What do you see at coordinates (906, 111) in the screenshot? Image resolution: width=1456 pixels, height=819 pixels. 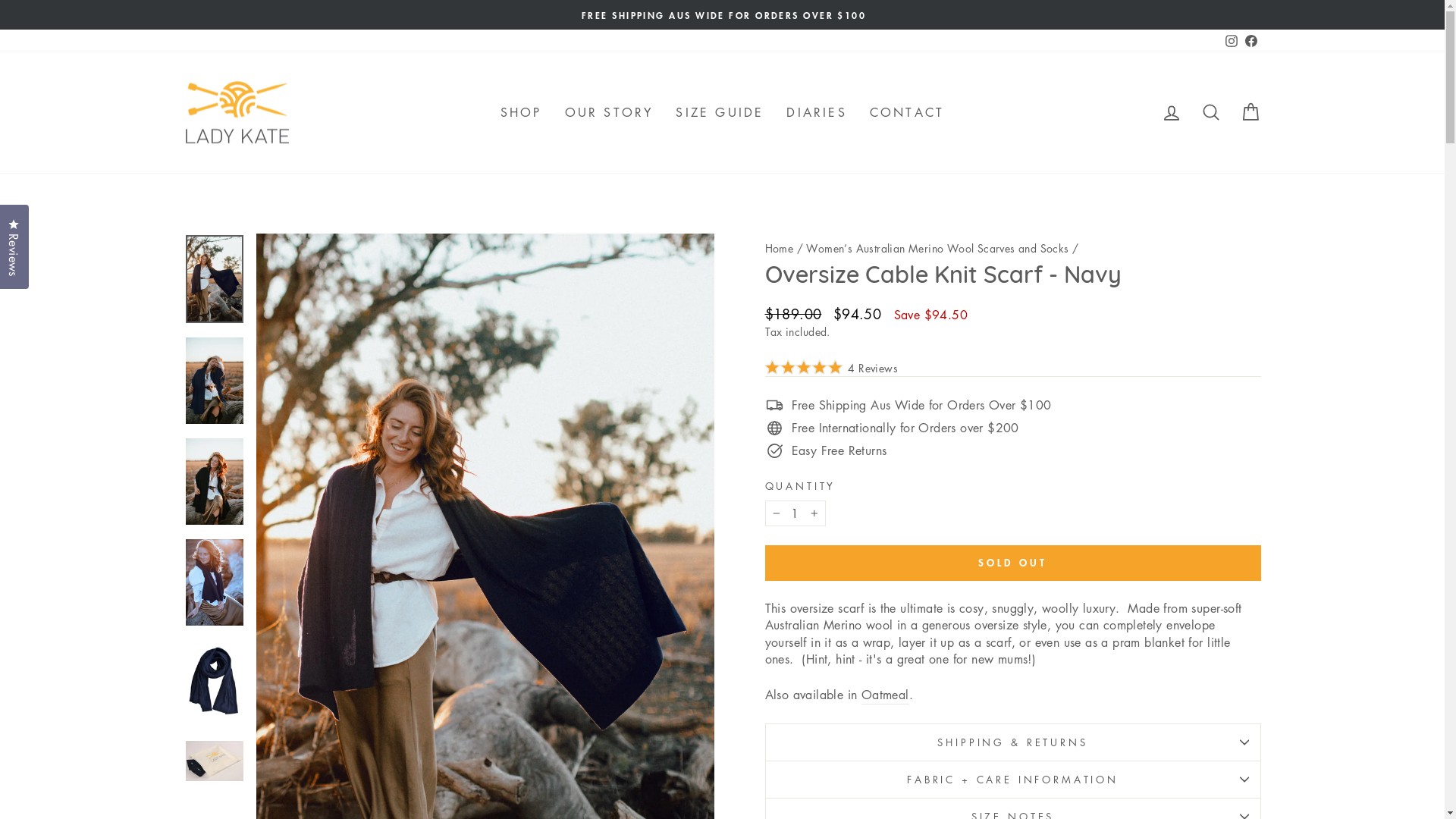 I see `'CONTACT'` at bounding box center [906, 111].